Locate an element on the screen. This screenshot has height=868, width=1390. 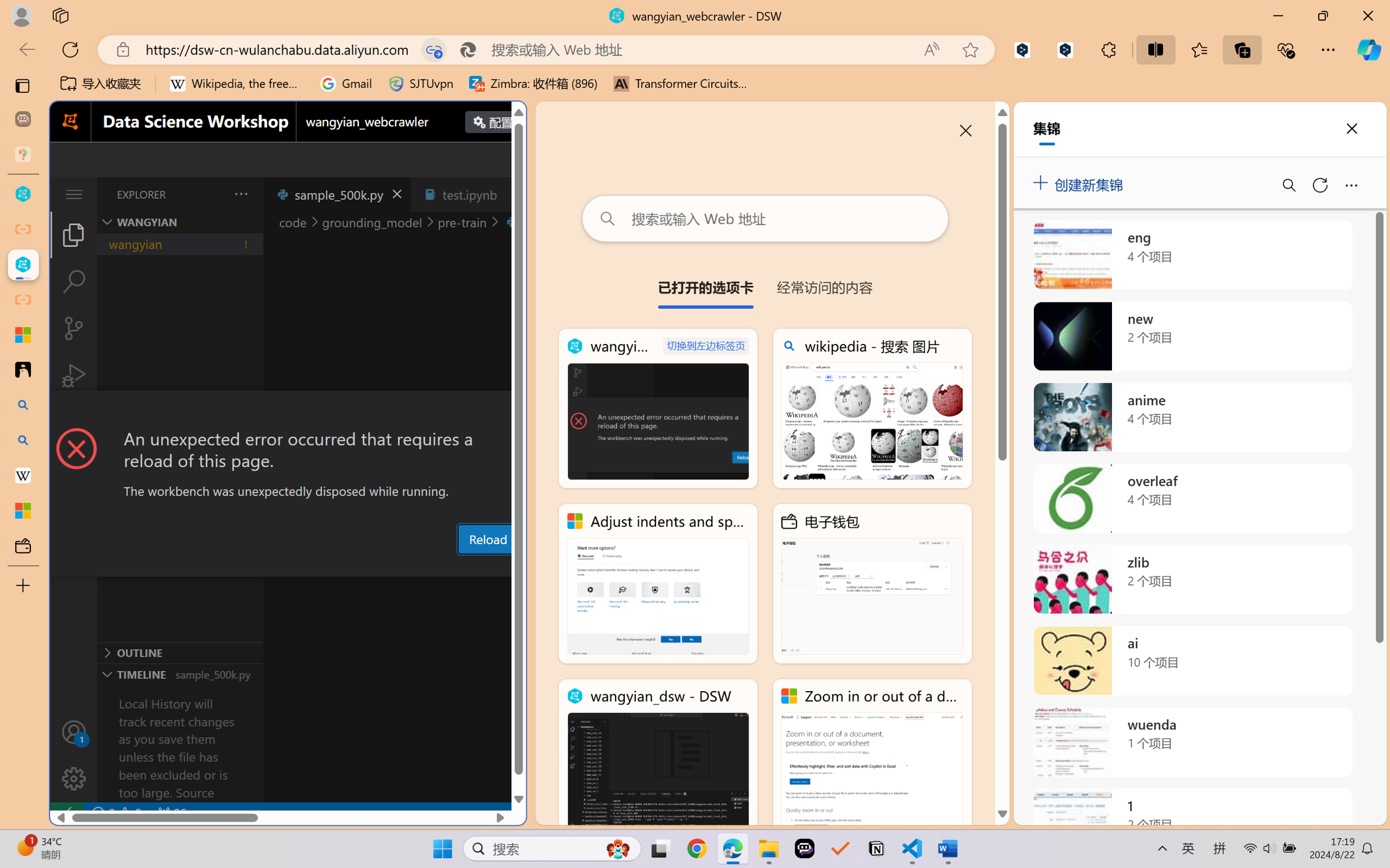
'Close (Ctrl+F4)' is located at coordinates (512, 193).